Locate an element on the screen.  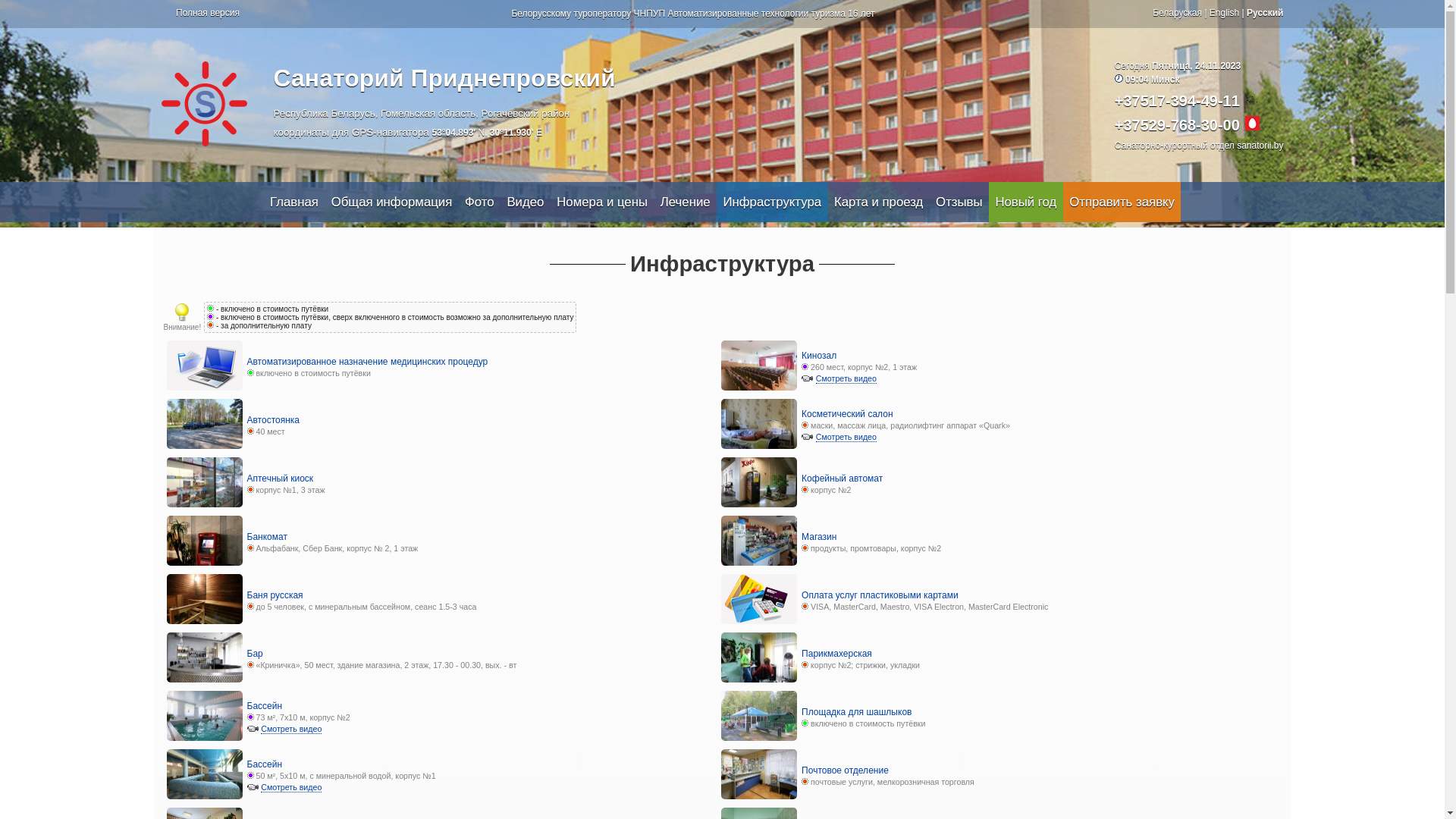
'+37517-394-49-11' is located at coordinates (1176, 100).